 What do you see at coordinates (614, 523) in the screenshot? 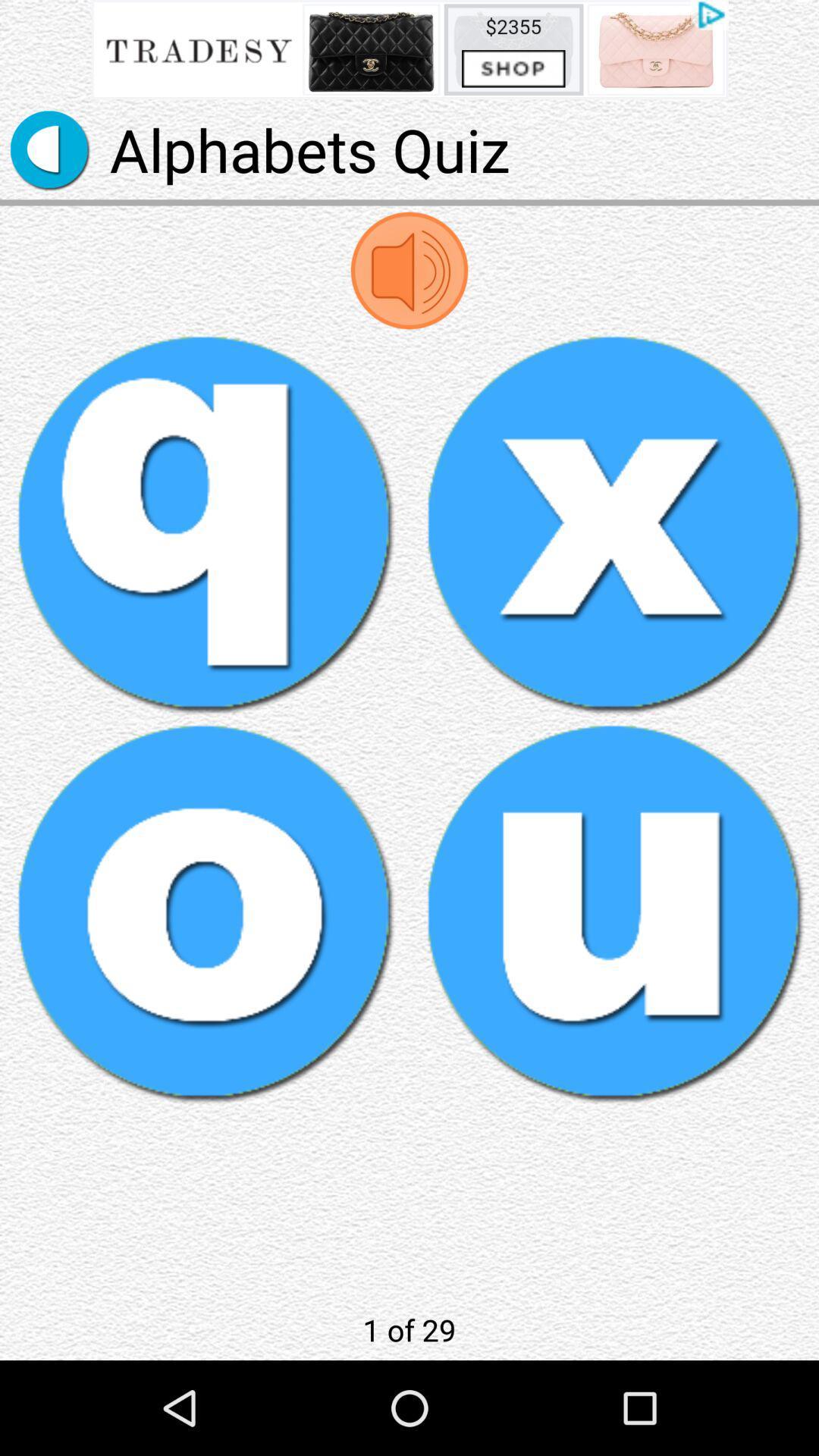
I see `x` at bounding box center [614, 523].